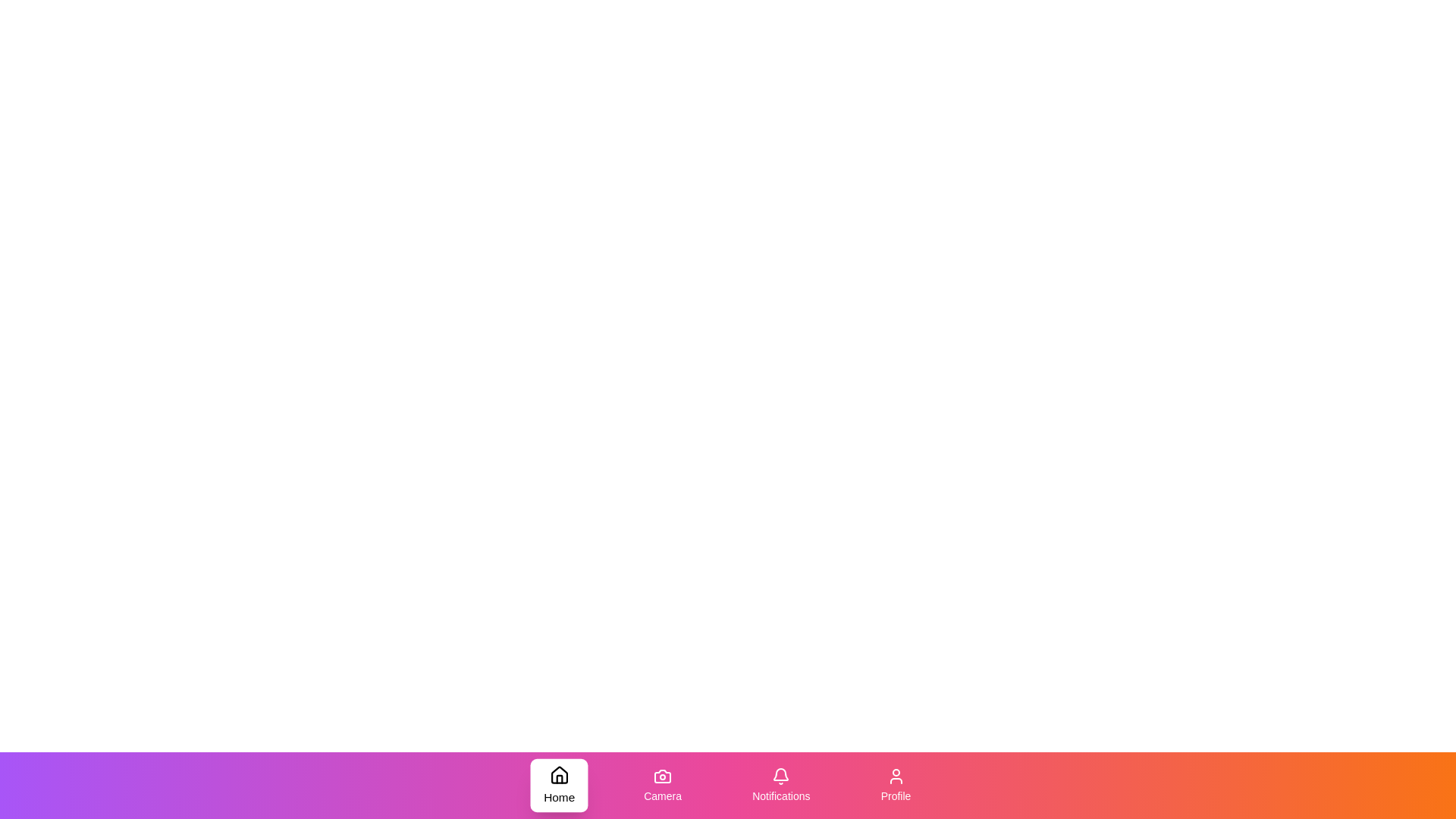 This screenshot has width=1456, height=819. Describe the element at coordinates (895, 785) in the screenshot. I see `the Profile tab in the bottom navigation bar` at that location.